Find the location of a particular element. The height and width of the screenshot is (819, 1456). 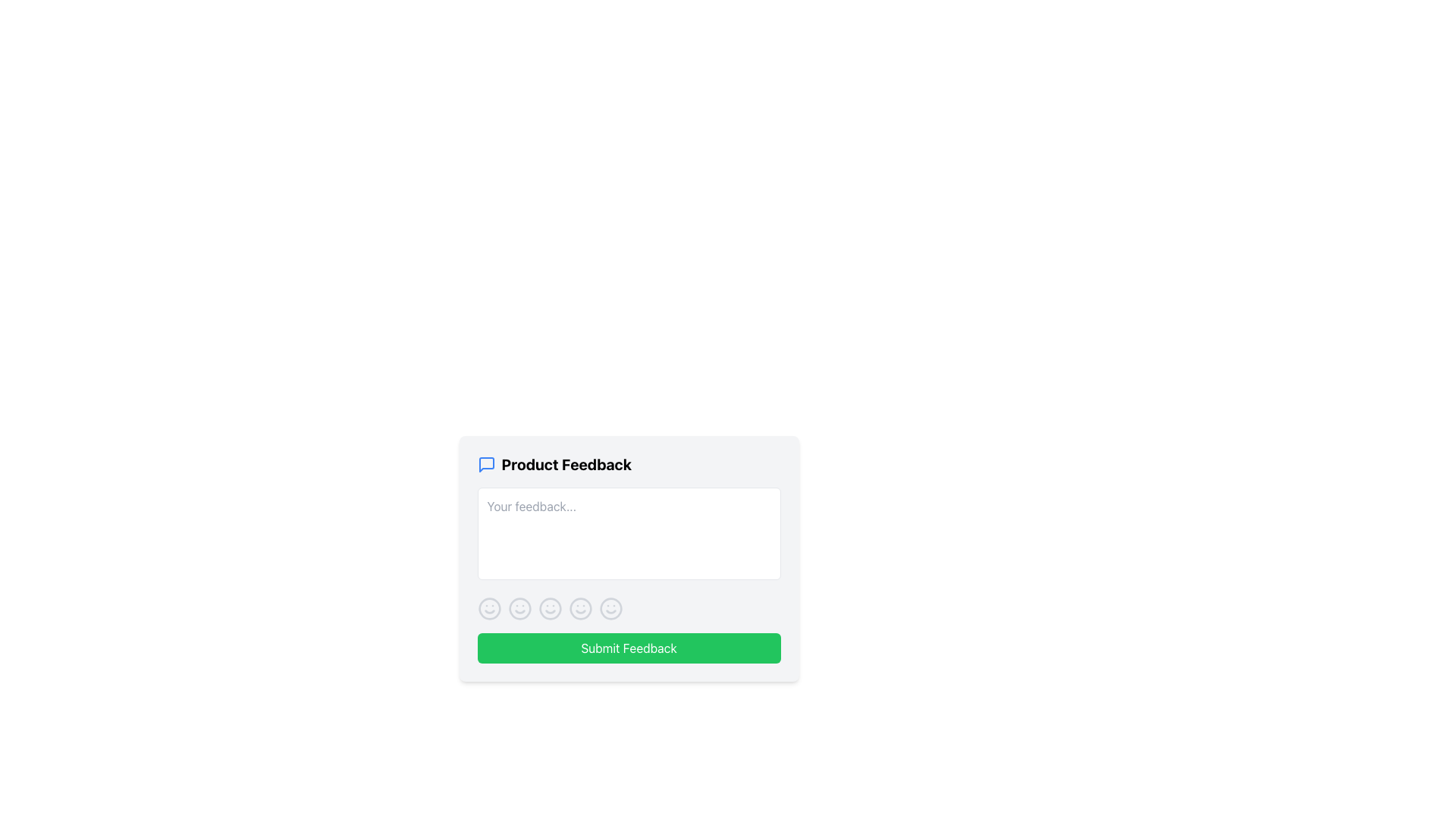

the Circle element within the smiley icon, which is part of the feedback form, to indicate a selectable feedback option is located at coordinates (579, 607).